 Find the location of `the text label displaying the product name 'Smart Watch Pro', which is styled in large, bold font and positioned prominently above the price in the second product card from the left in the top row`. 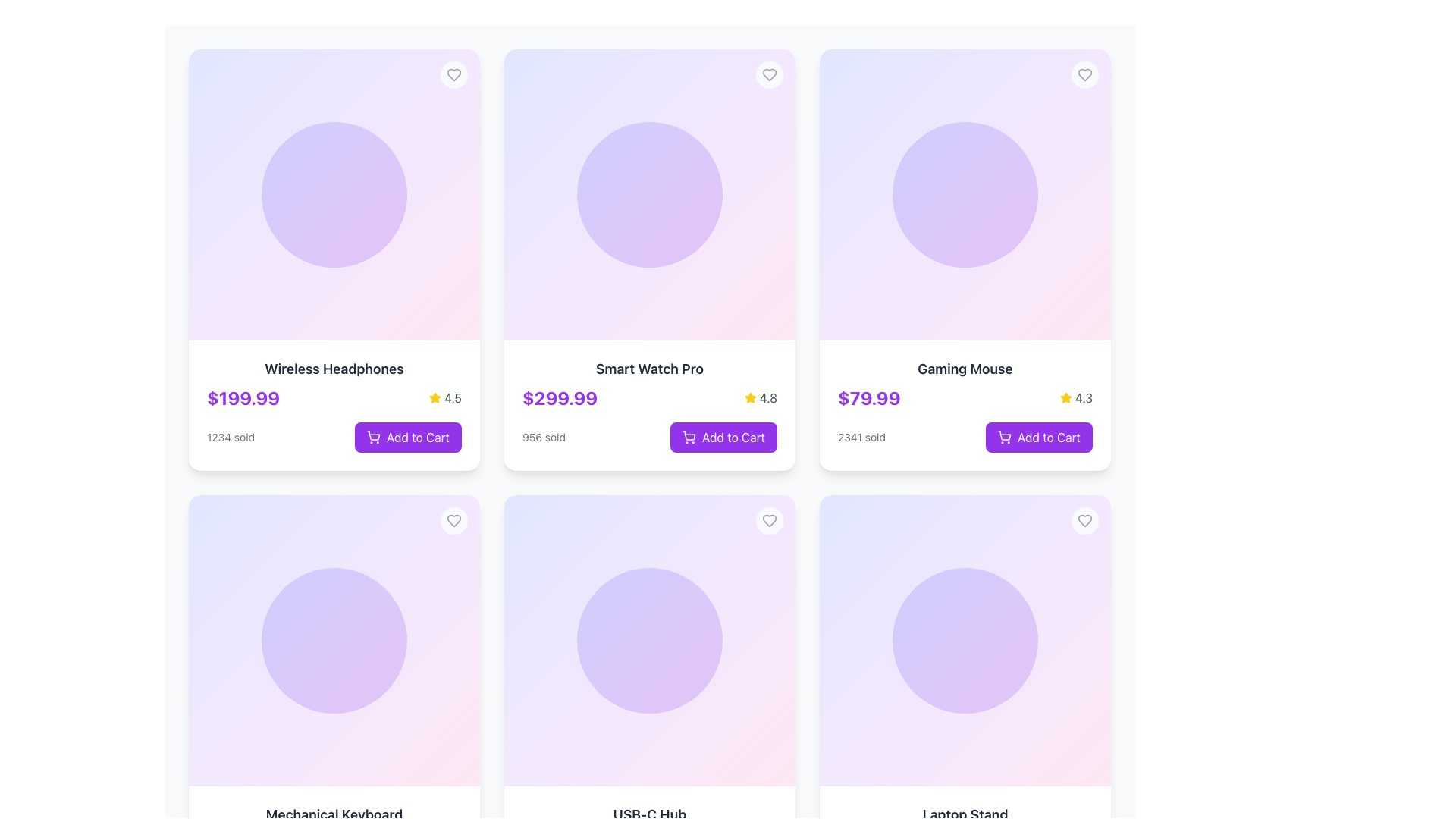

the text label displaying the product name 'Smart Watch Pro', which is styled in large, bold font and positioned prominently above the price in the second product card from the left in the top row is located at coordinates (650, 369).